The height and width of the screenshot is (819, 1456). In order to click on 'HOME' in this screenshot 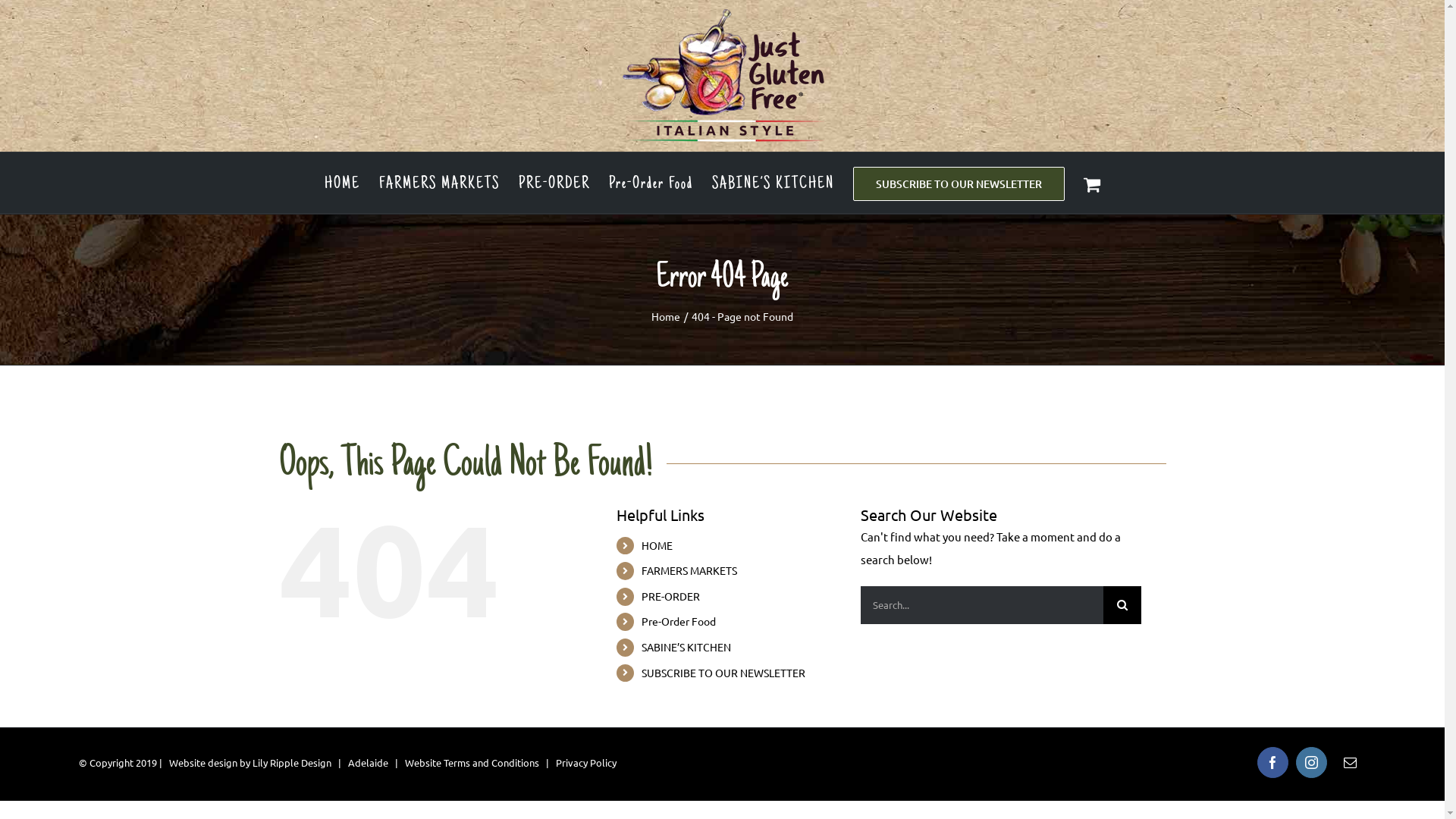, I will do `click(341, 181)`.